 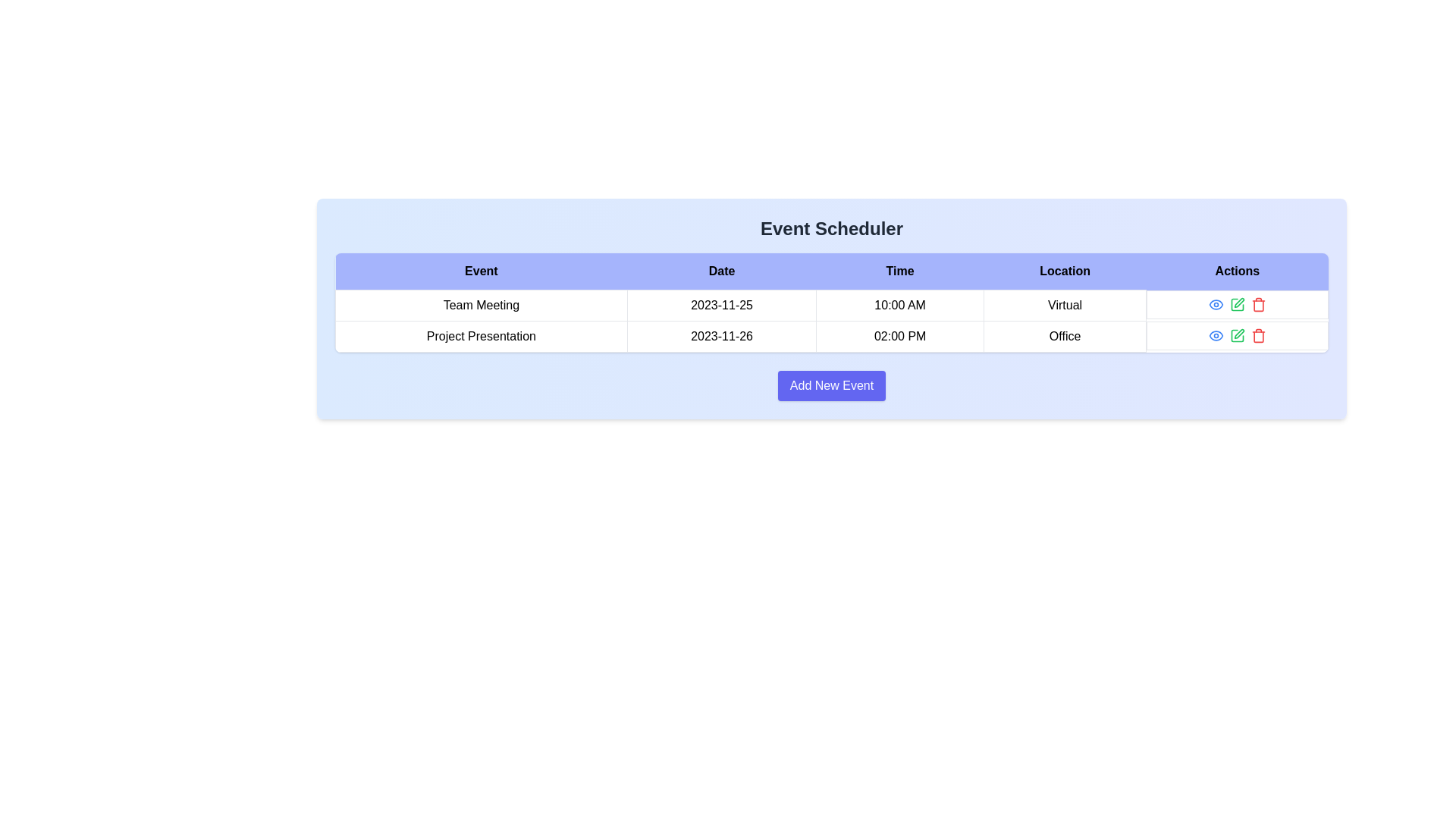 What do you see at coordinates (480, 335) in the screenshot?
I see `the text label displaying 'Project Presentation' which is located in the first column of the second row in a table layout under the 'Event' section` at bounding box center [480, 335].